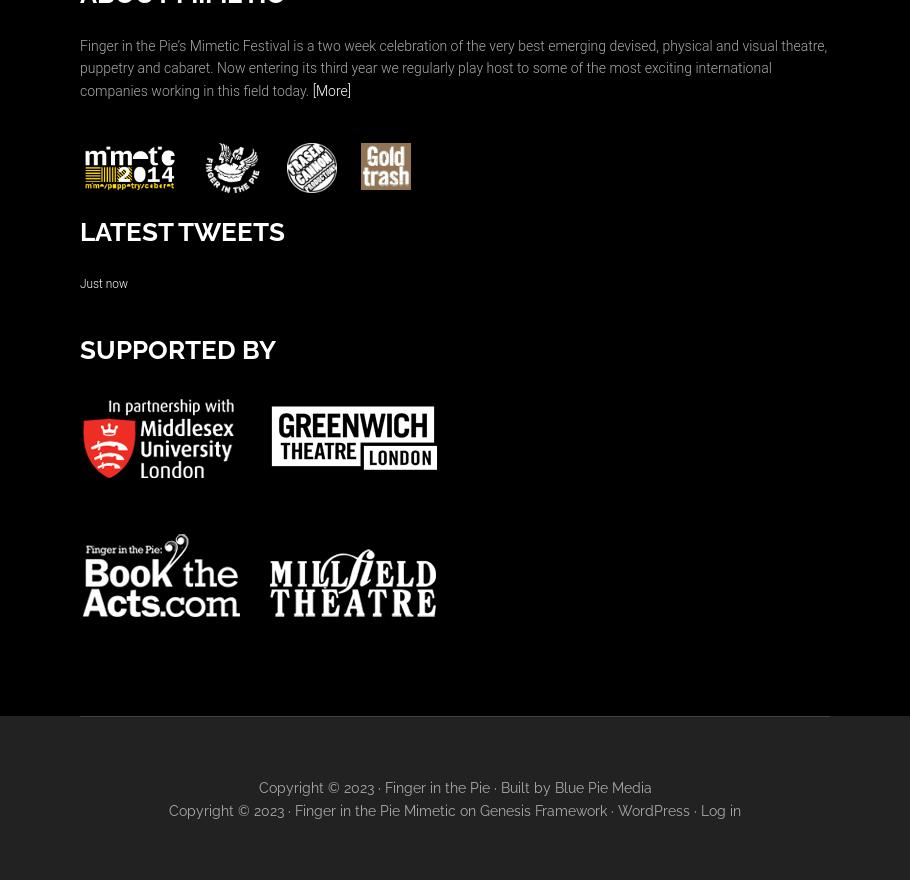  I want to click on 'Log in', so click(719, 809).